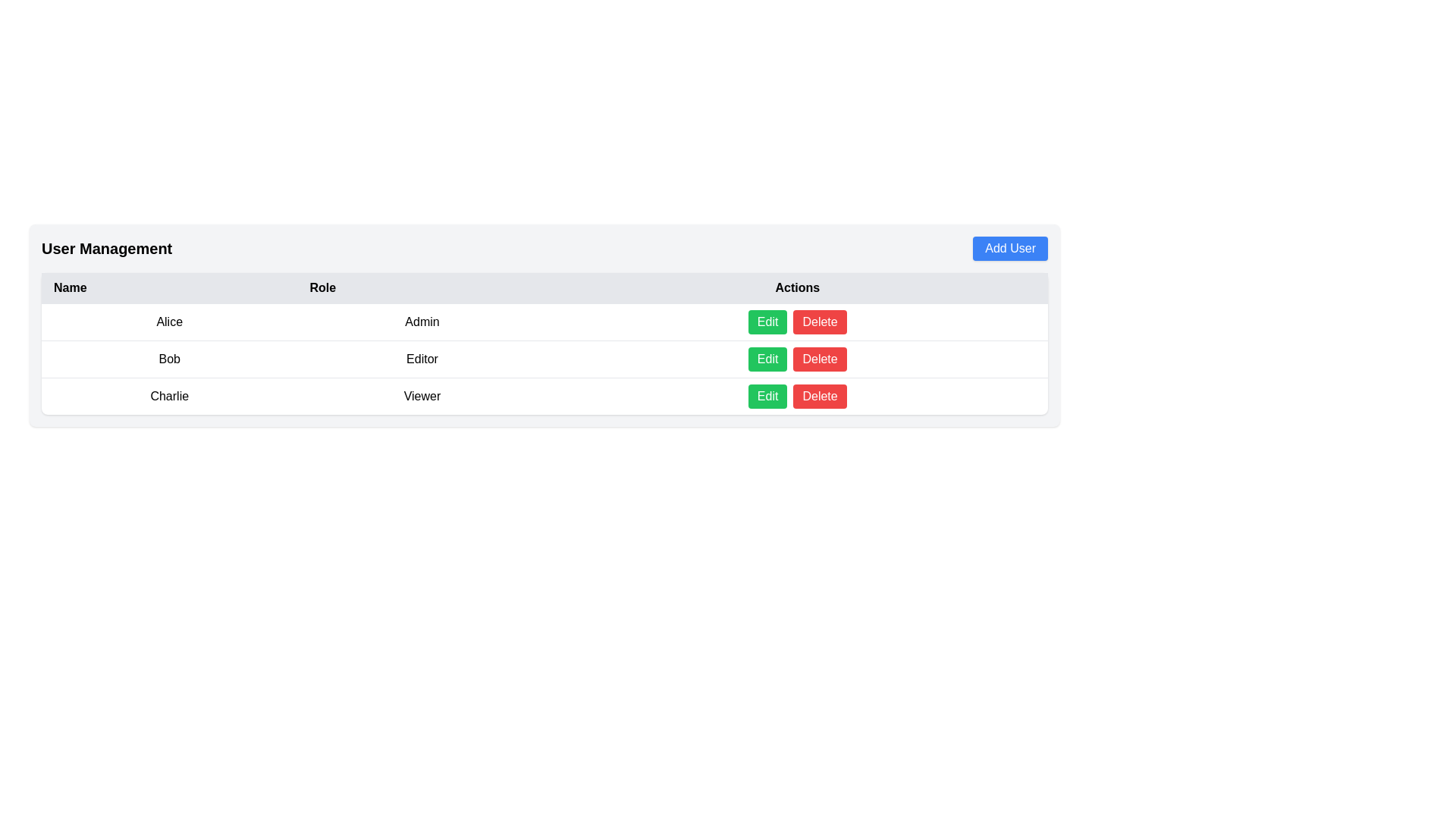 The image size is (1456, 819). Describe the element at coordinates (422, 395) in the screenshot. I see `the static text element that identifies the role assigned to the user 'Charlie' within the middle column of the table row` at that location.